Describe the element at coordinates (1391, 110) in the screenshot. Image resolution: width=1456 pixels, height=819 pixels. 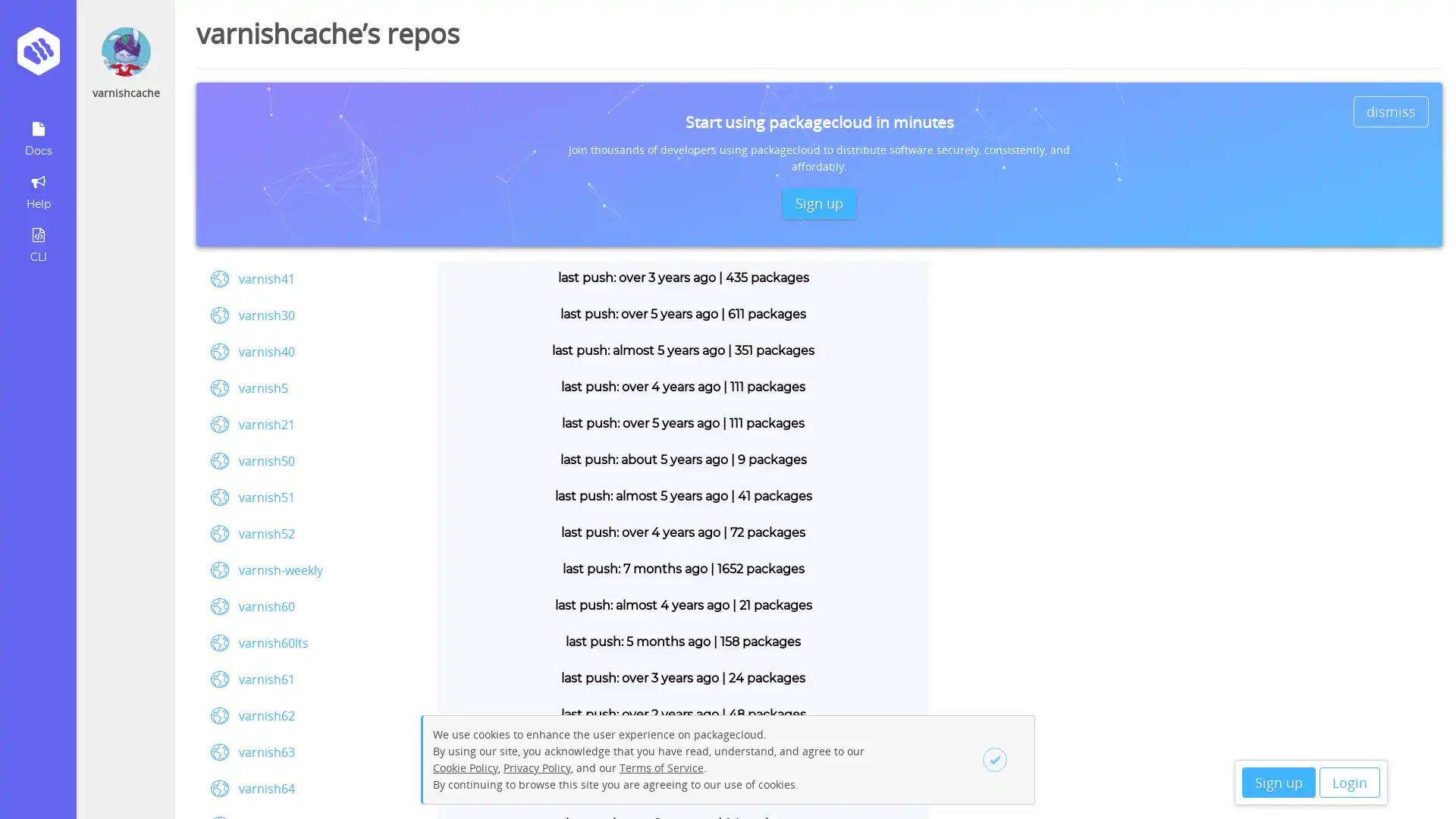
I see `dismiss` at that location.